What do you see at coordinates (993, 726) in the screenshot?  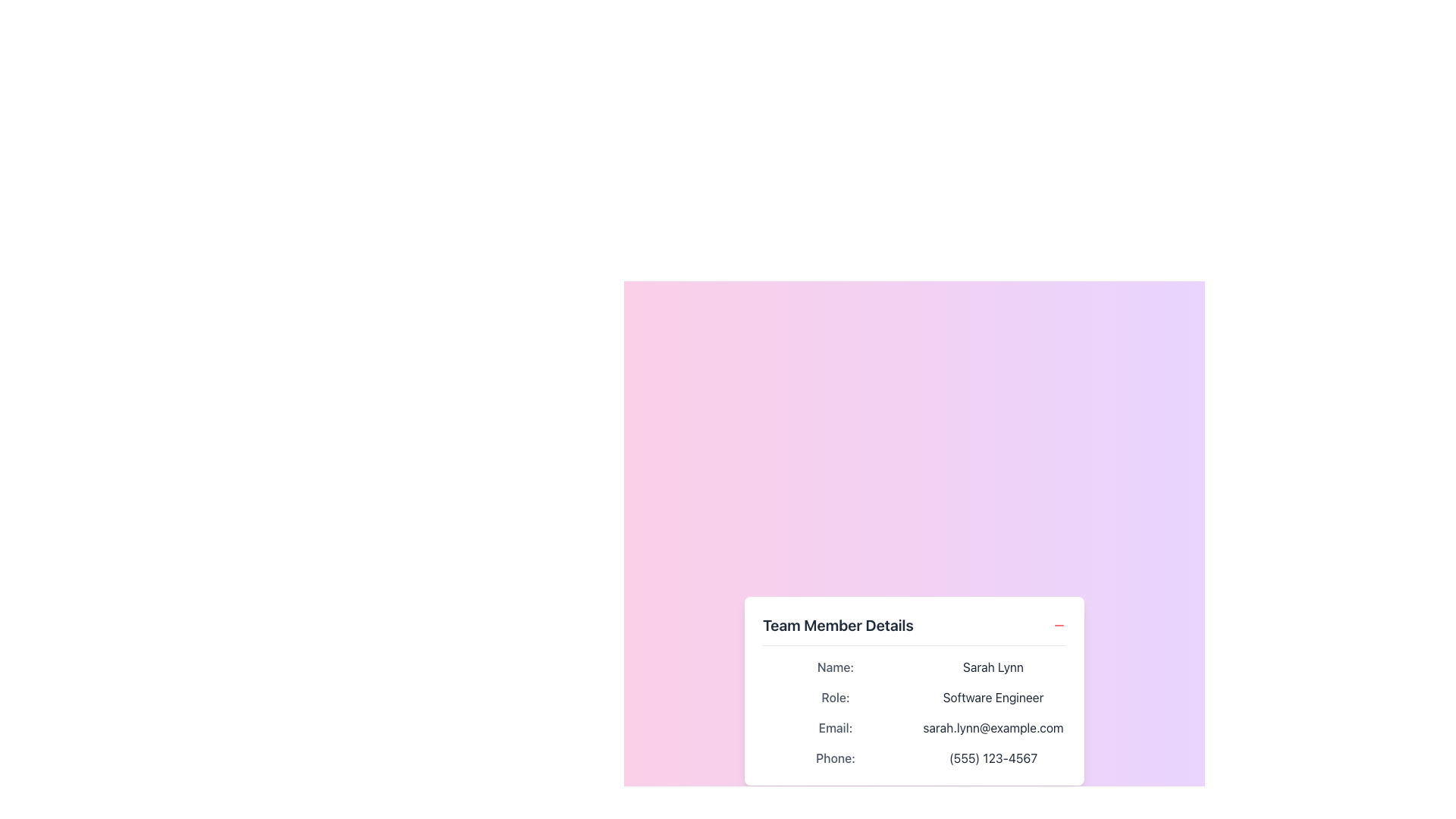 I see `the text display showing the email address of Sarah Lynn, located below the 'Email:' label in the 'Team Member Details' section` at bounding box center [993, 726].